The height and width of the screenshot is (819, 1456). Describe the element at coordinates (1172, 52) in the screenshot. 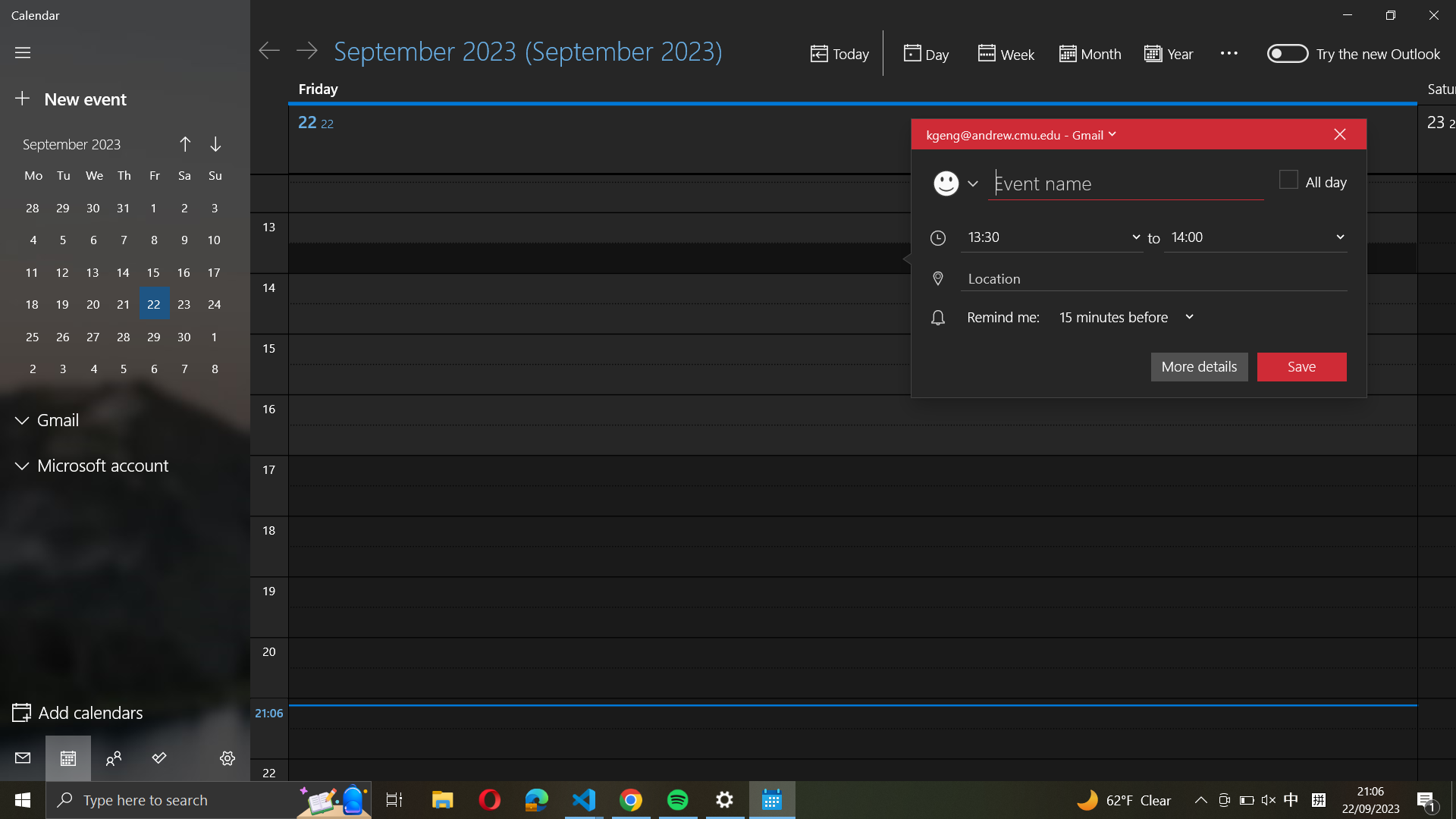

I see `Switch mode to "yearly" calendar` at that location.